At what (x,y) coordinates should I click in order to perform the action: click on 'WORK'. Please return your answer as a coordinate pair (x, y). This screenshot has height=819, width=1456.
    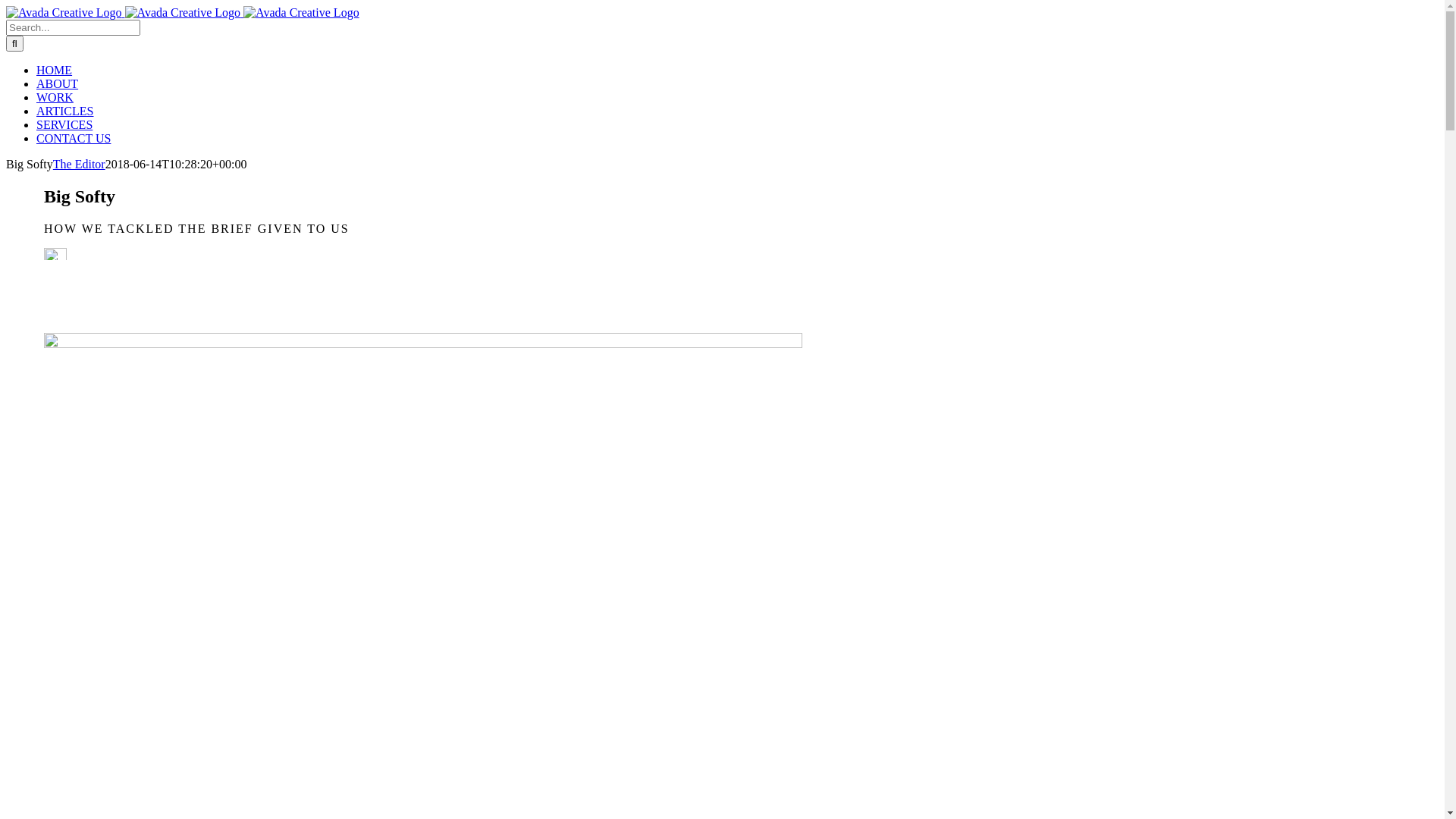
    Looking at the image, I should click on (55, 97).